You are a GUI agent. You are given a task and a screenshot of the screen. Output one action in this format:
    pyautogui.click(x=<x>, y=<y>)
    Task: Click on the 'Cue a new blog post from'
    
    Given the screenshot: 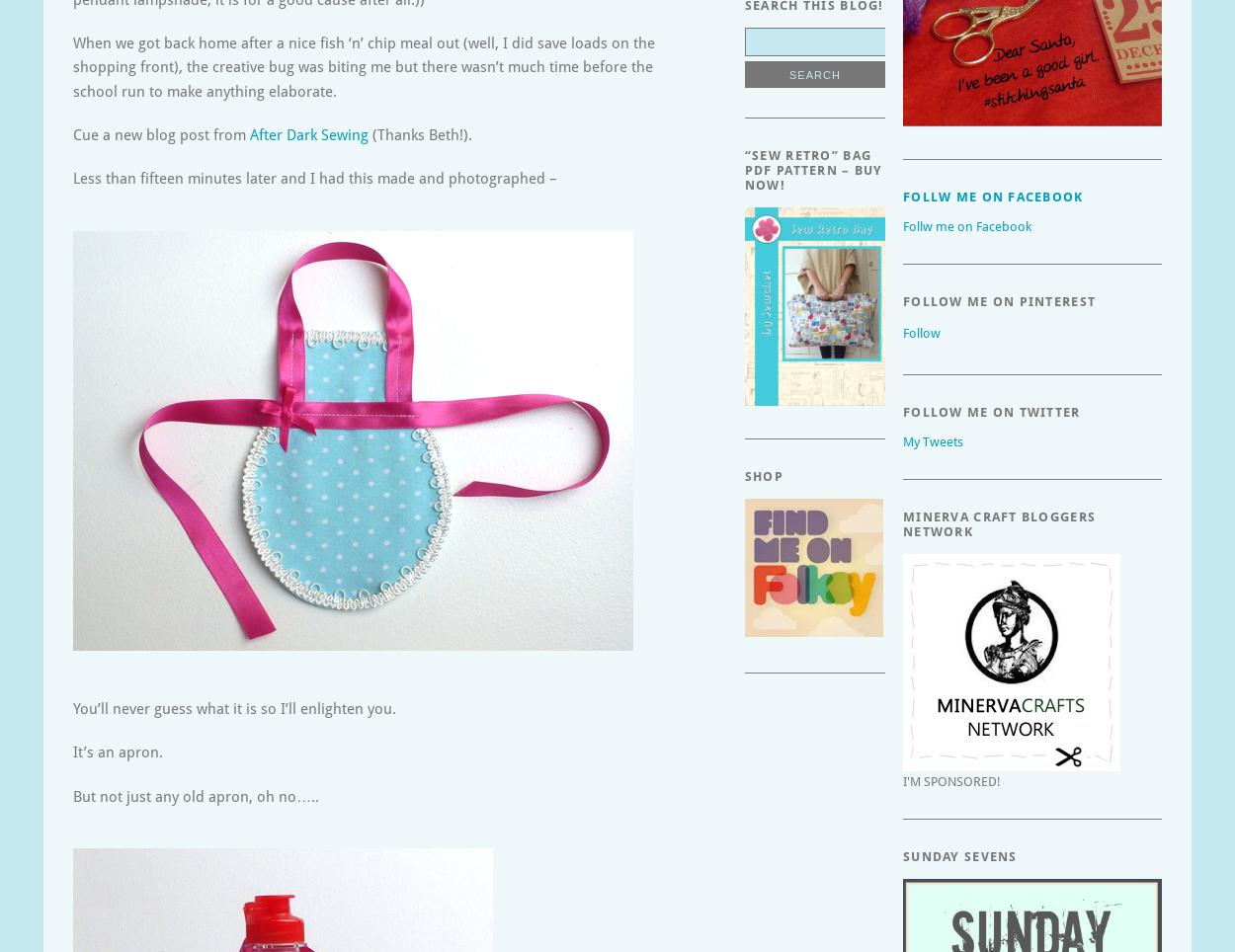 What is the action you would take?
    pyautogui.click(x=161, y=134)
    